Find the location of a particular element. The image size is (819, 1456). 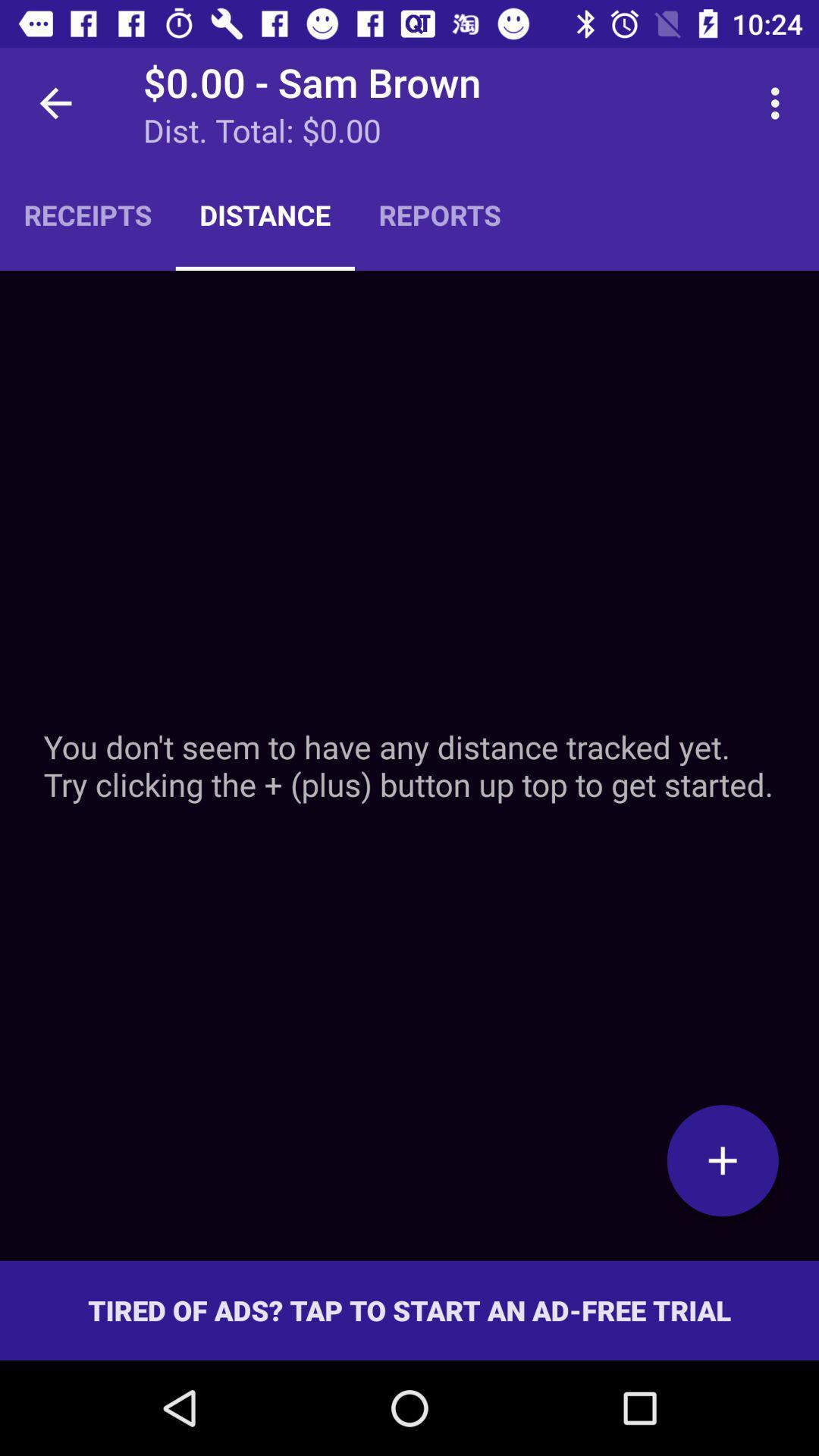

get stated is located at coordinates (722, 1159).